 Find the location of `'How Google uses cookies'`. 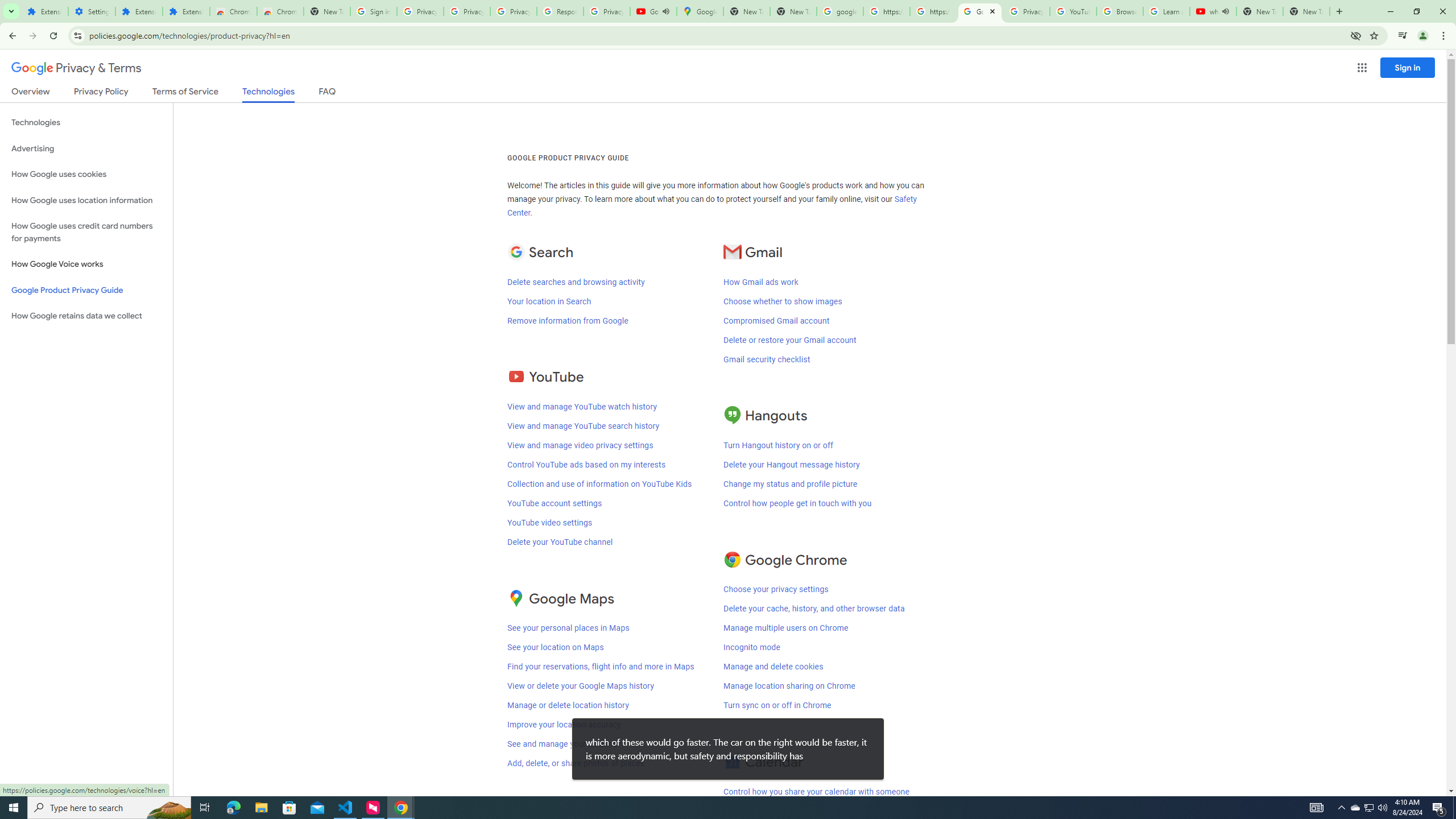

'How Google uses cookies' is located at coordinates (86, 174).